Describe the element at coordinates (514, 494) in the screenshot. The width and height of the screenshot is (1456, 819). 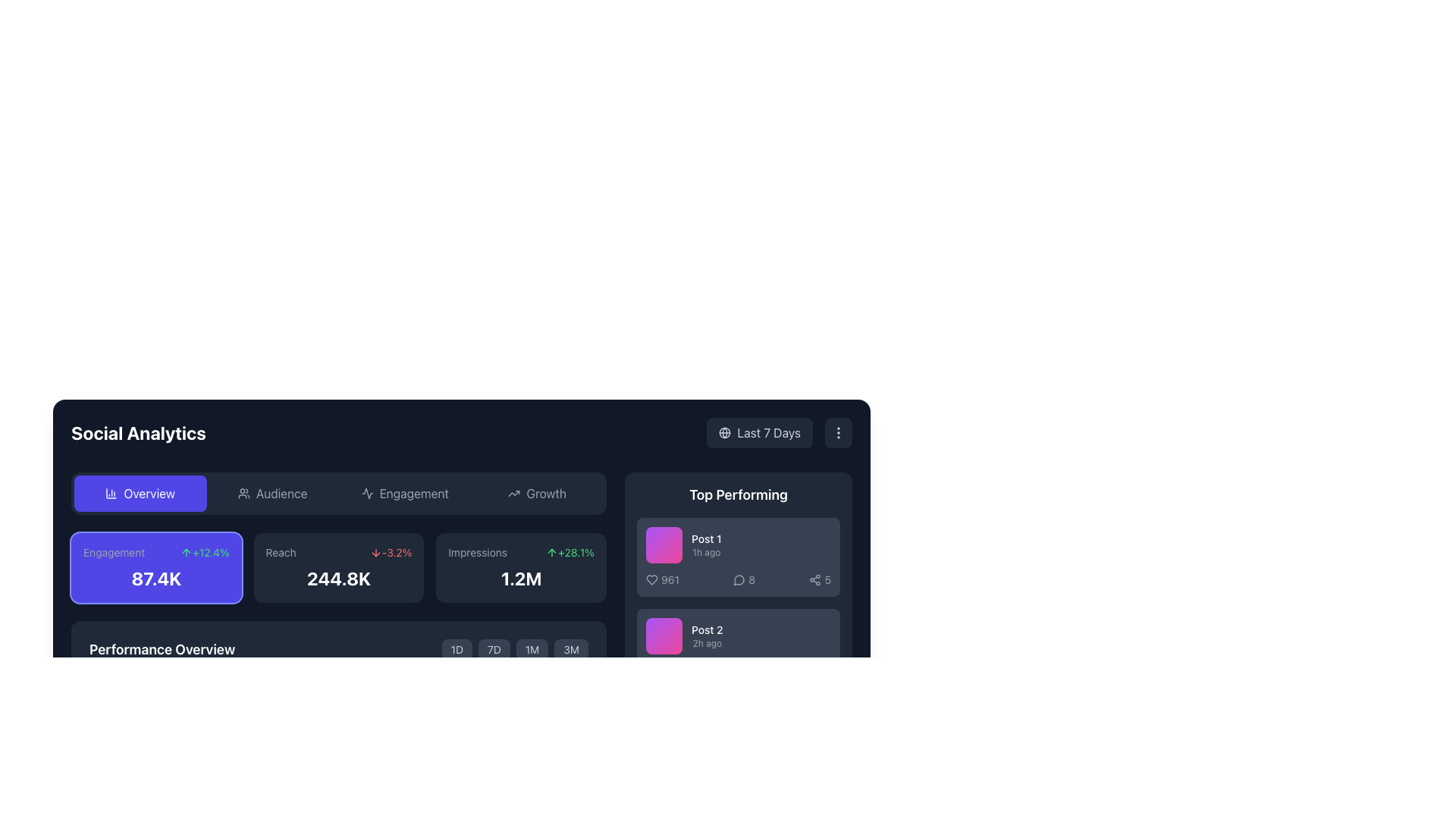
I see `the 'Growth' button in the top navigation bar, which contains an upward trending arrow icon adjacent to the text 'Growth'` at that location.